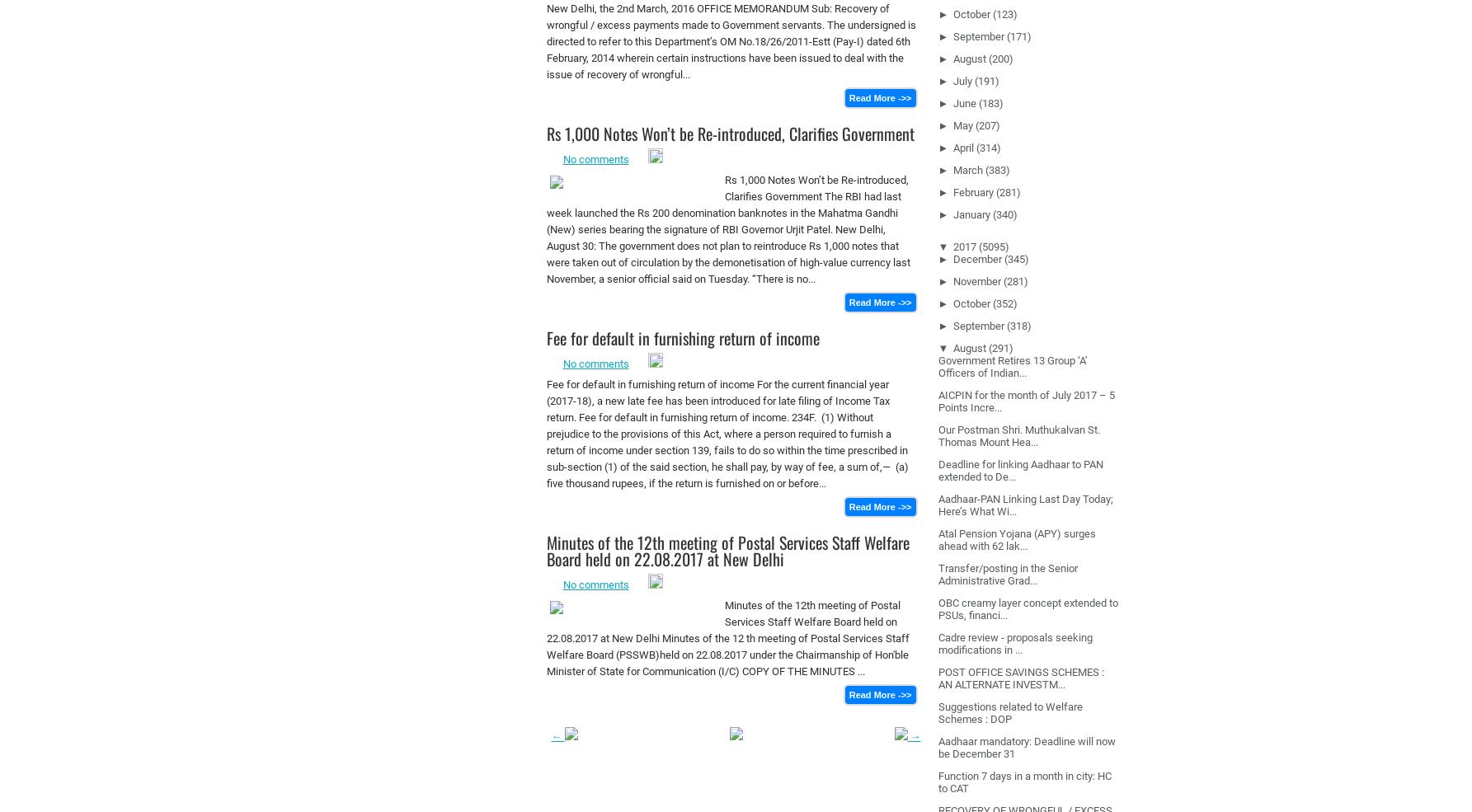  I want to click on 'Minutes of the 12th meeting of Postal Services Staff Welfare Board held on 22.08.2017 at New Delhi', so click(727, 550).